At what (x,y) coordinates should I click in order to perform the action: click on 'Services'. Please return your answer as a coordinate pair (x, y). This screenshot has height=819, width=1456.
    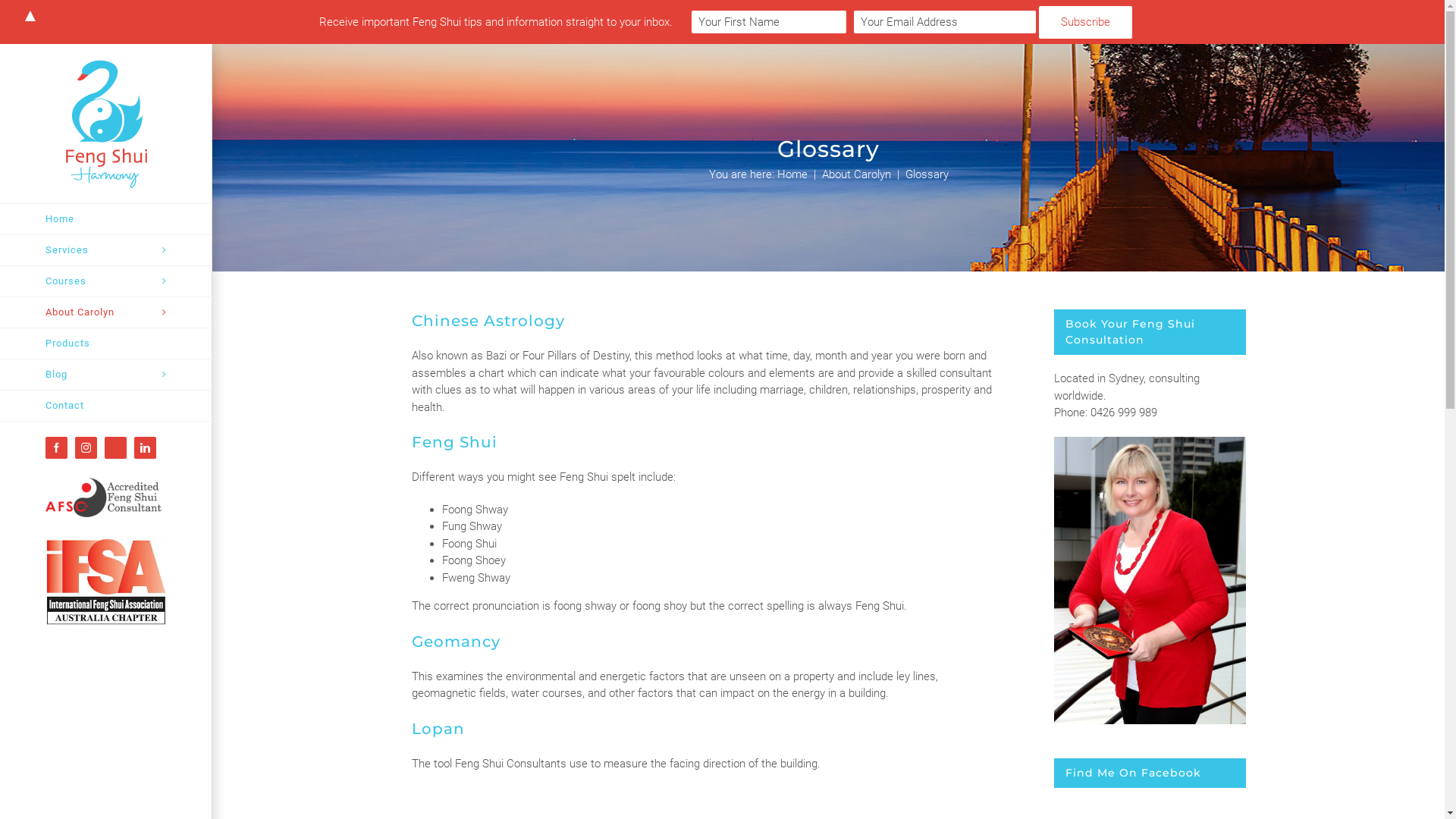
    Looking at the image, I should click on (0, 249).